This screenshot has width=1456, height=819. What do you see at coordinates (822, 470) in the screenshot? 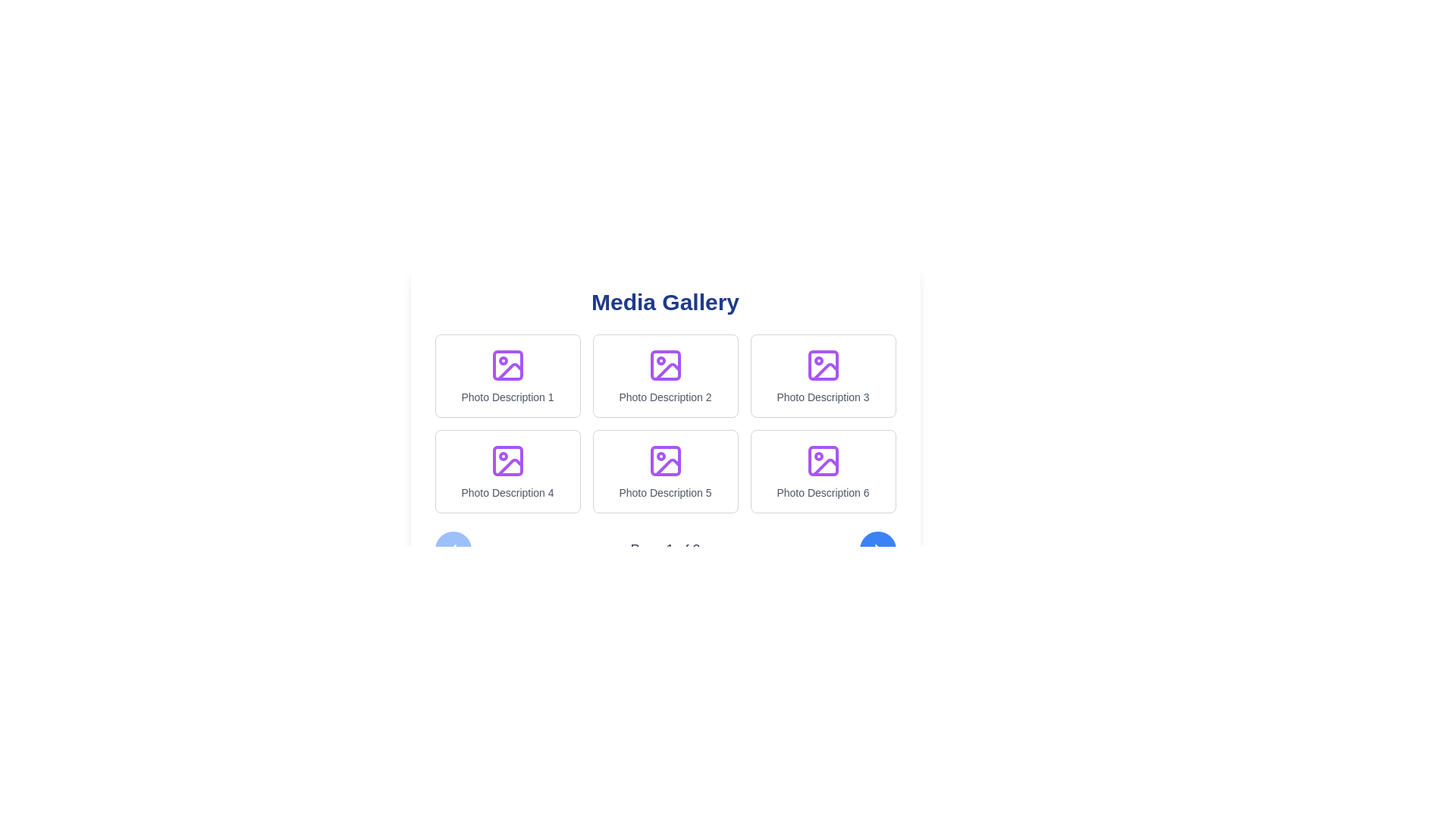
I see `the third card in the second row of the gallery preview, which contains an icon and a text label` at bounding box center [822, 470].